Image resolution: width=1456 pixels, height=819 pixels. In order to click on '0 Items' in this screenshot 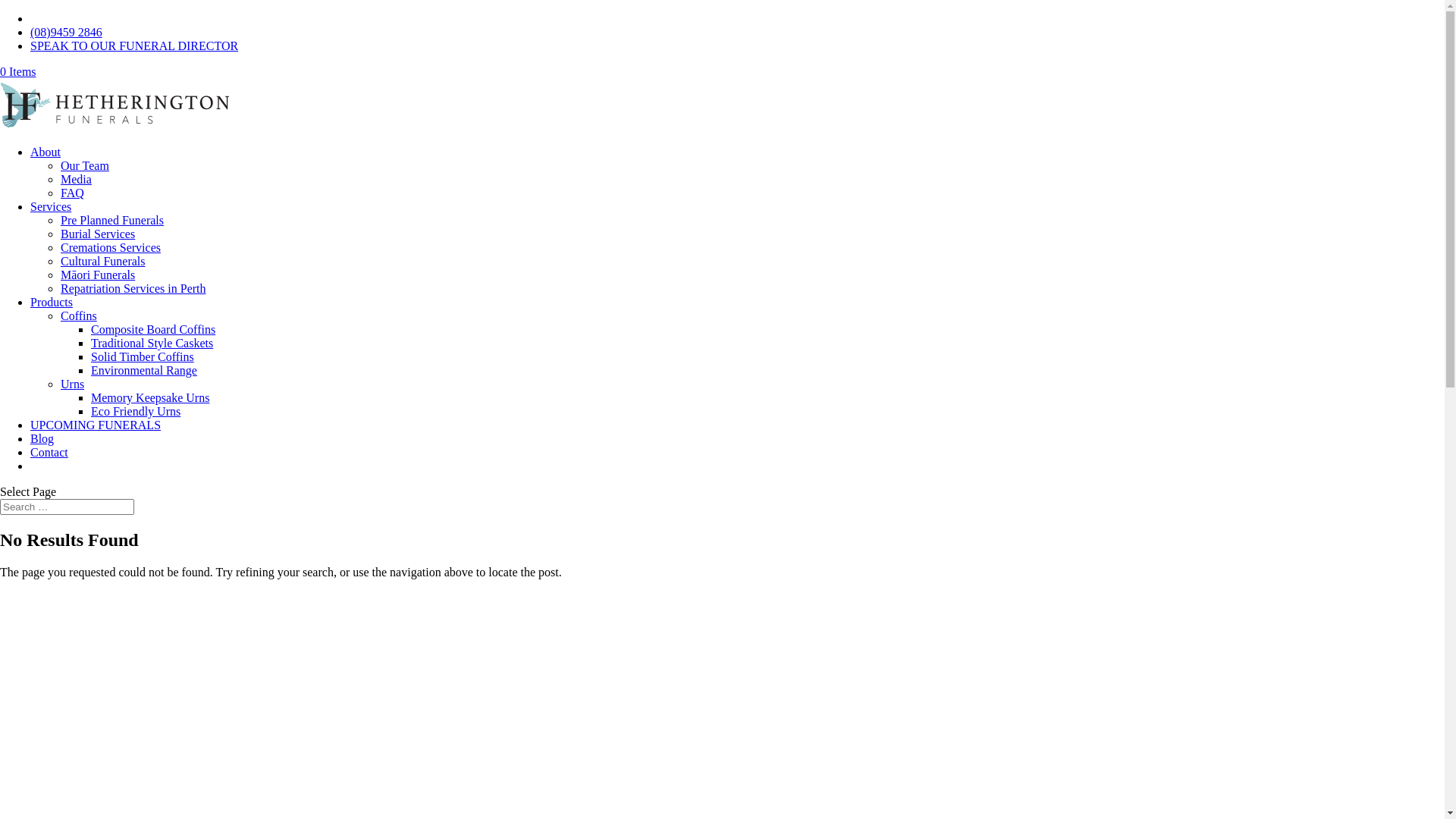, I will do `click(18, 71)`.